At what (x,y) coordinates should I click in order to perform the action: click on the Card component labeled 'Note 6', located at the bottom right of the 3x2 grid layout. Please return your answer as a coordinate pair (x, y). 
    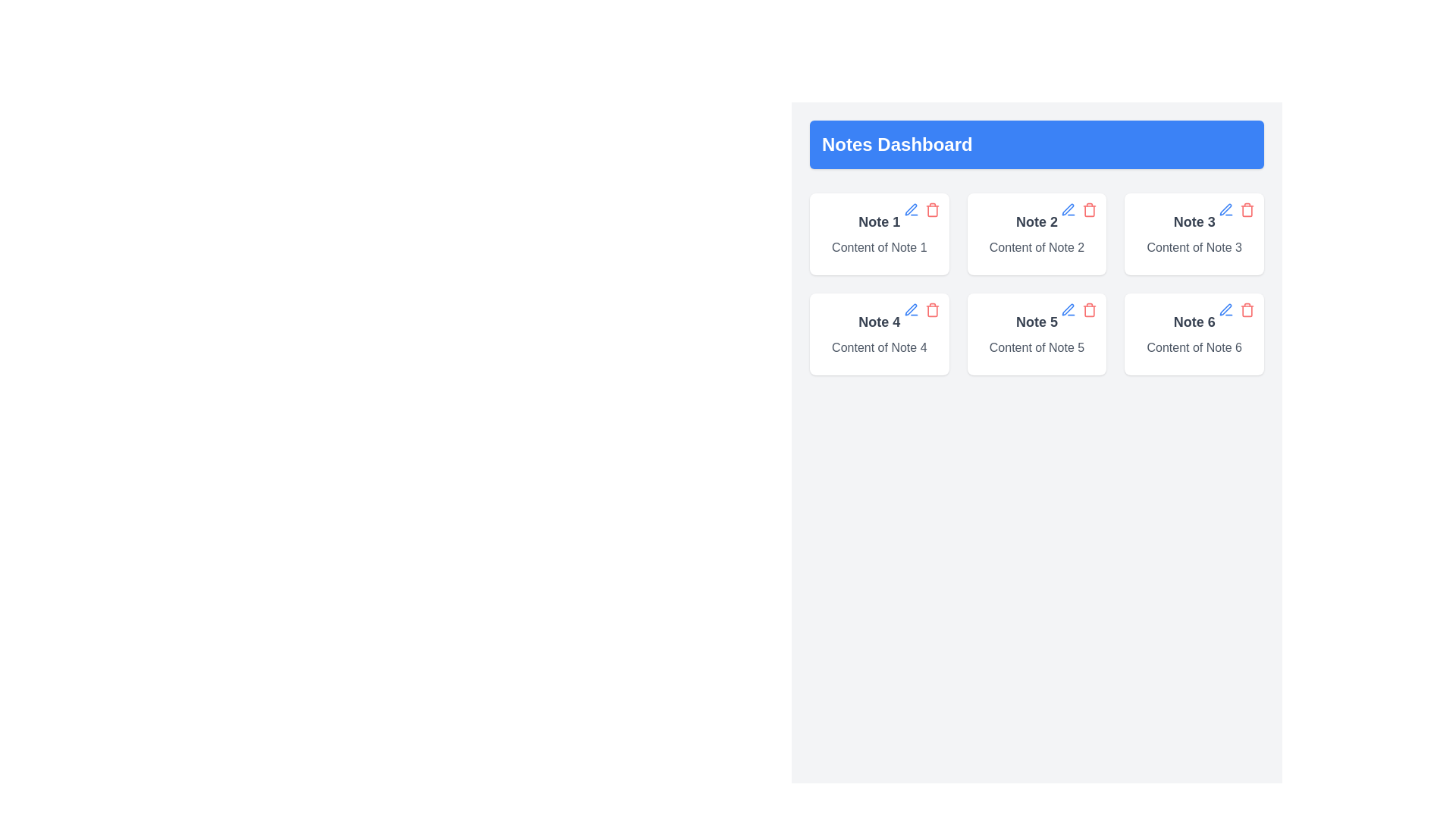
    Looking at the image, I should click on (1194, 333).